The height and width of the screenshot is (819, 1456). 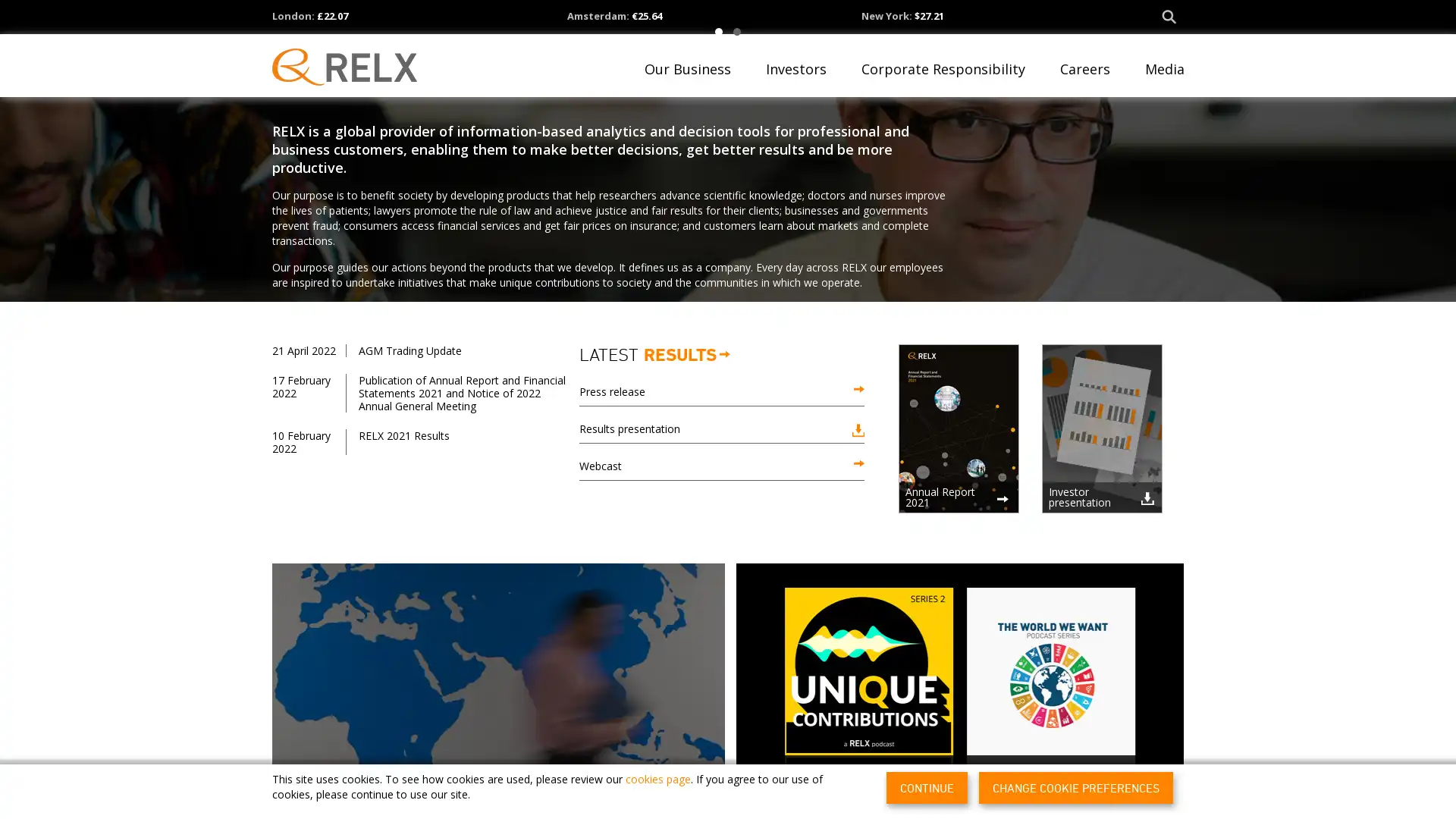 I want to click on CHANGE COOKIE PREFERENCES, so click(x=1075, y=786).